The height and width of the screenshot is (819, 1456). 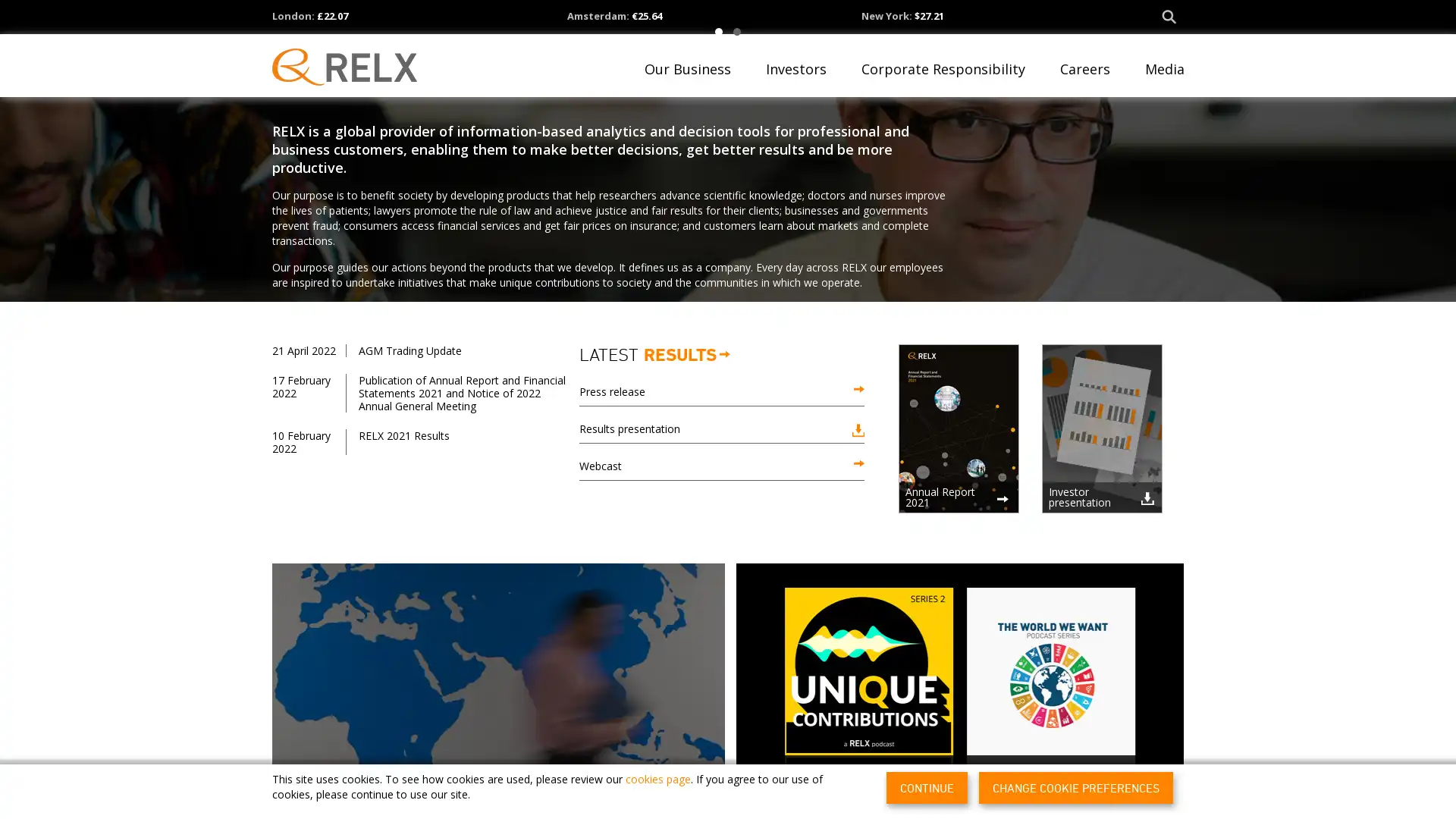 I want to click on CHANGE COOKIE PREFERENCES, so click(x=1075, y=786).